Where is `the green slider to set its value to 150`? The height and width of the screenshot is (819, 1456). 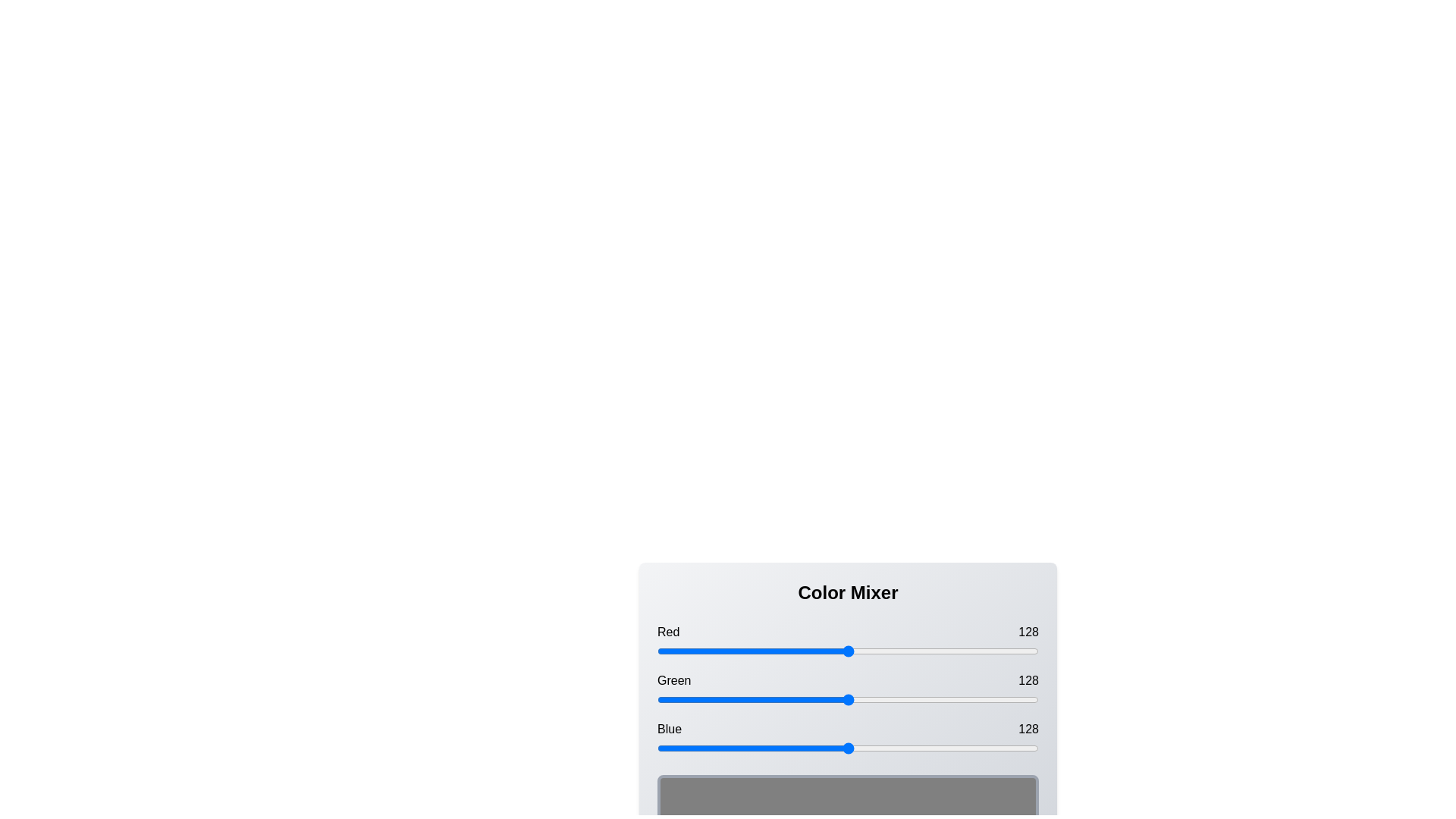
the green slider to set its value to 150 is located at coordinates (881, 699).